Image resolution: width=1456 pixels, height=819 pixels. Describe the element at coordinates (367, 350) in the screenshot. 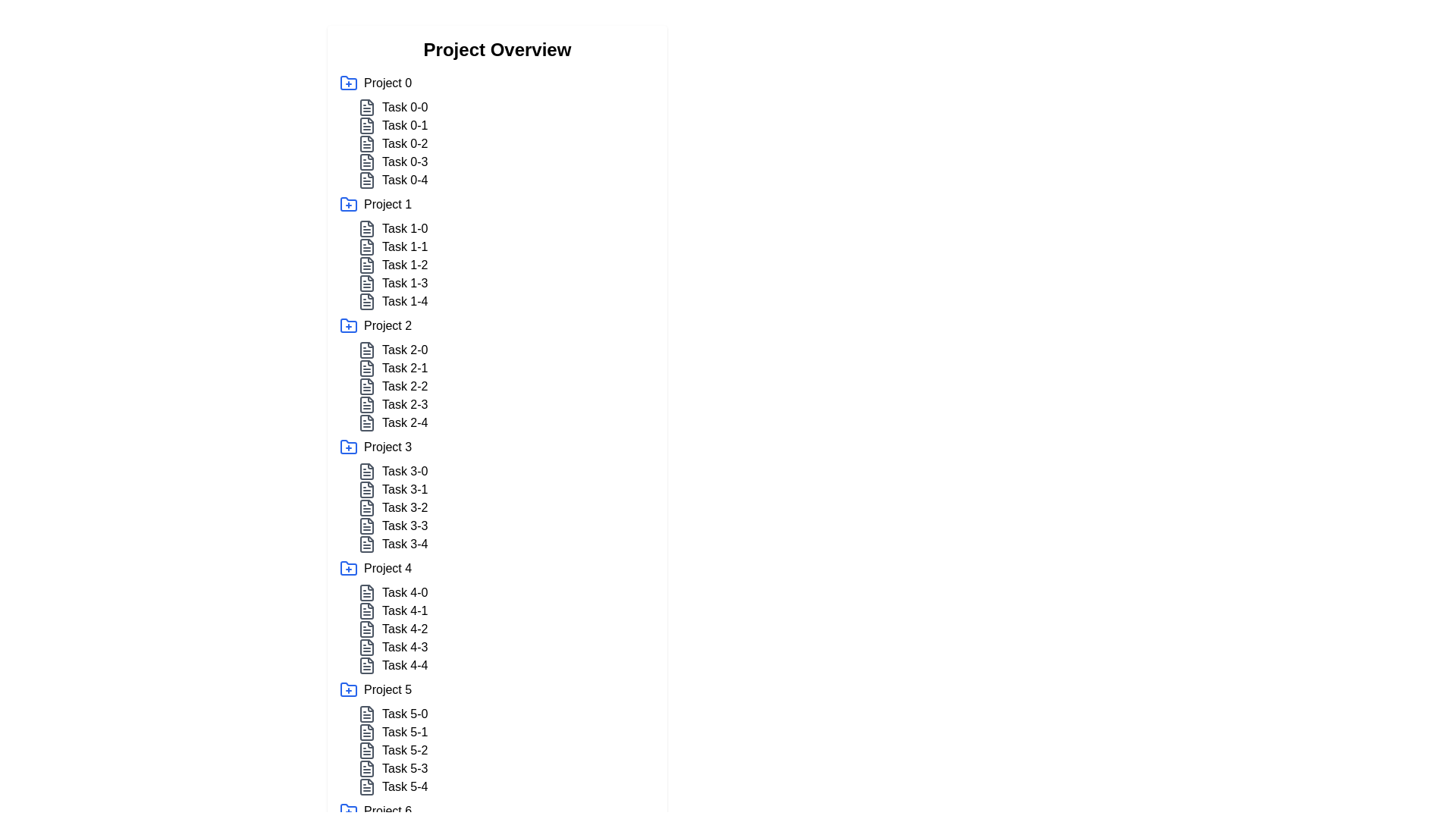

I see `the file or document icon with a gray outline located next to the text 'Task 2-0' in the 'Project 2' section` at that location.